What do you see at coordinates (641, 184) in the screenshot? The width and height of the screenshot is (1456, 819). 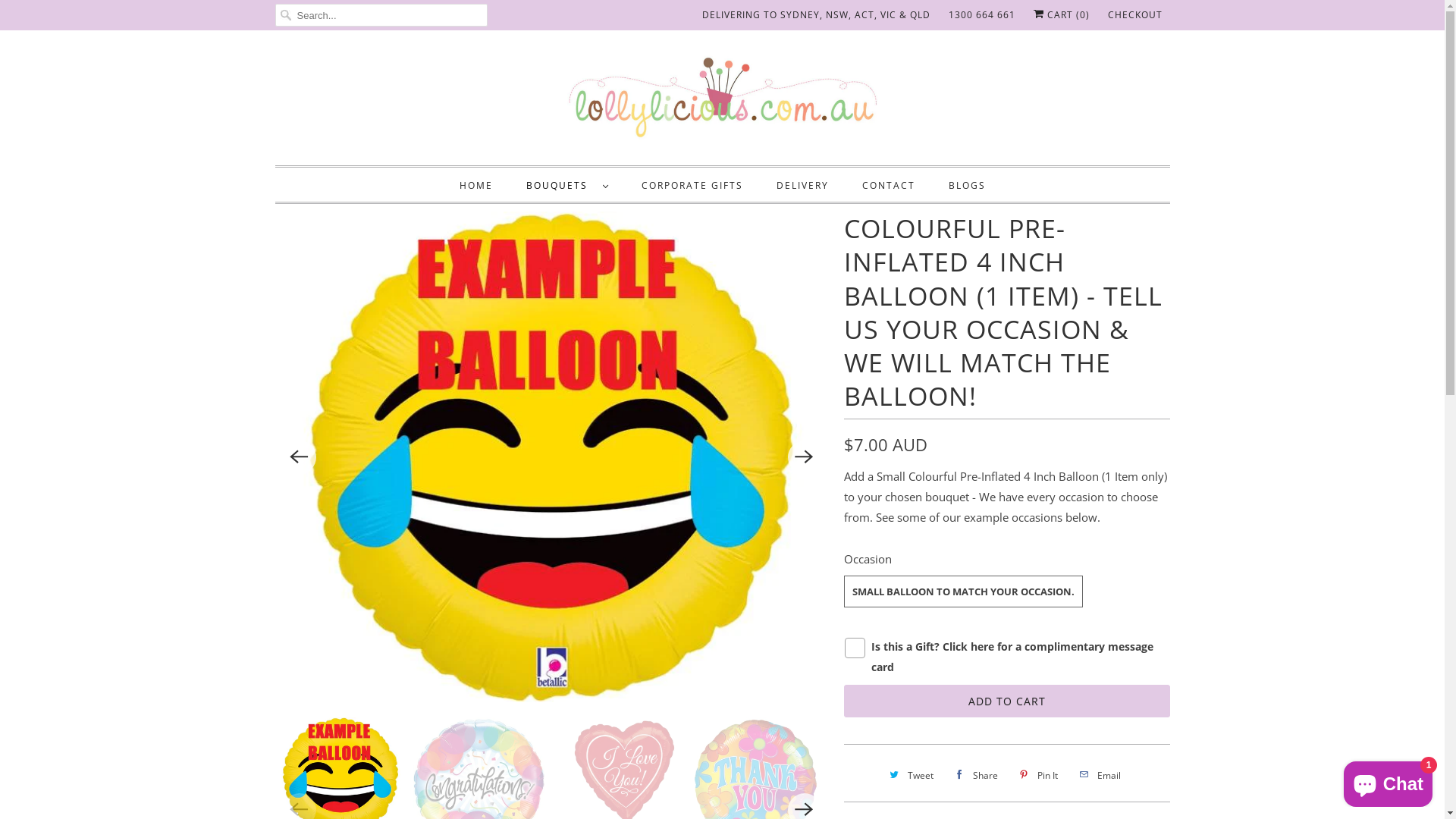 I see `'CORPORATE GIFTS'` at bounding box center [641, 184].